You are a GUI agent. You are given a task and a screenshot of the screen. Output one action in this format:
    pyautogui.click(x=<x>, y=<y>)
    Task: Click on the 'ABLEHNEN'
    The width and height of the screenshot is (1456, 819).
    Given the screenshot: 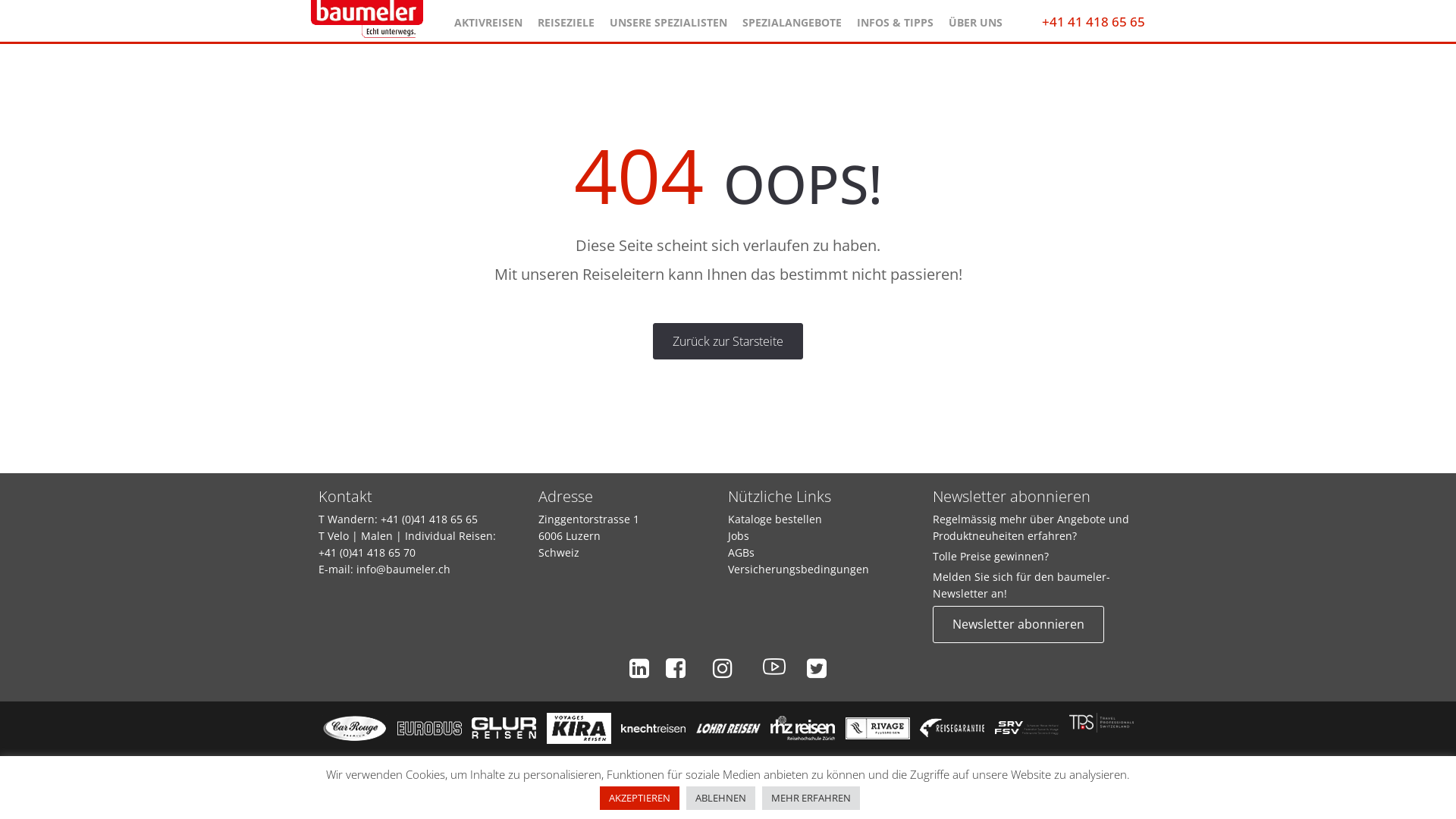 What is the action you would take?
    pyautogui.click(x=720, y=797)
    